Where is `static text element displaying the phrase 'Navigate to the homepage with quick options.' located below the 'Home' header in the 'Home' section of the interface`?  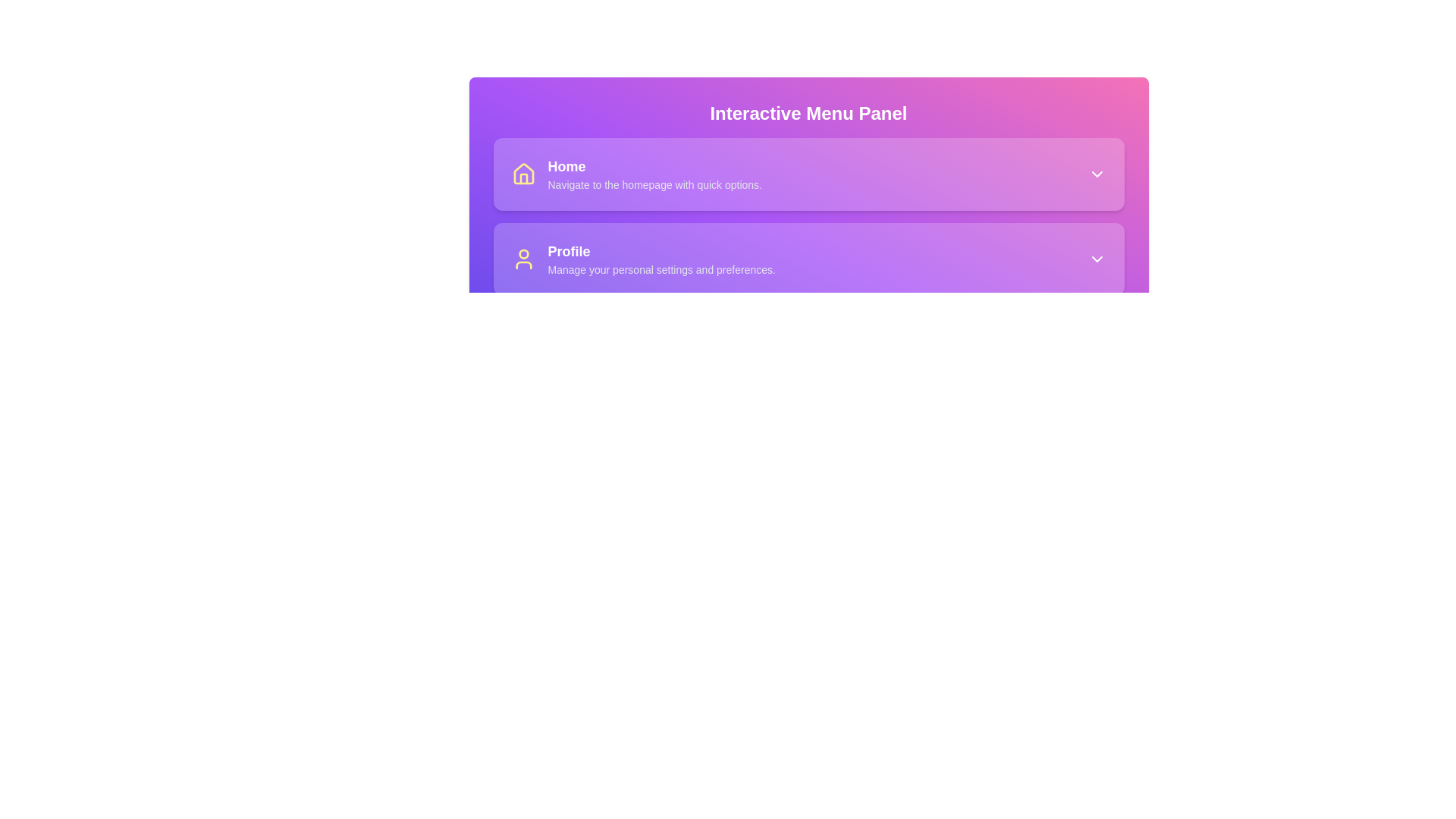
static text element displaying the phrase 'Navigate to the homepage with quick options.' located below the 'Home' header in the 'Home' section of the interface is located at coordinates (654, 184).